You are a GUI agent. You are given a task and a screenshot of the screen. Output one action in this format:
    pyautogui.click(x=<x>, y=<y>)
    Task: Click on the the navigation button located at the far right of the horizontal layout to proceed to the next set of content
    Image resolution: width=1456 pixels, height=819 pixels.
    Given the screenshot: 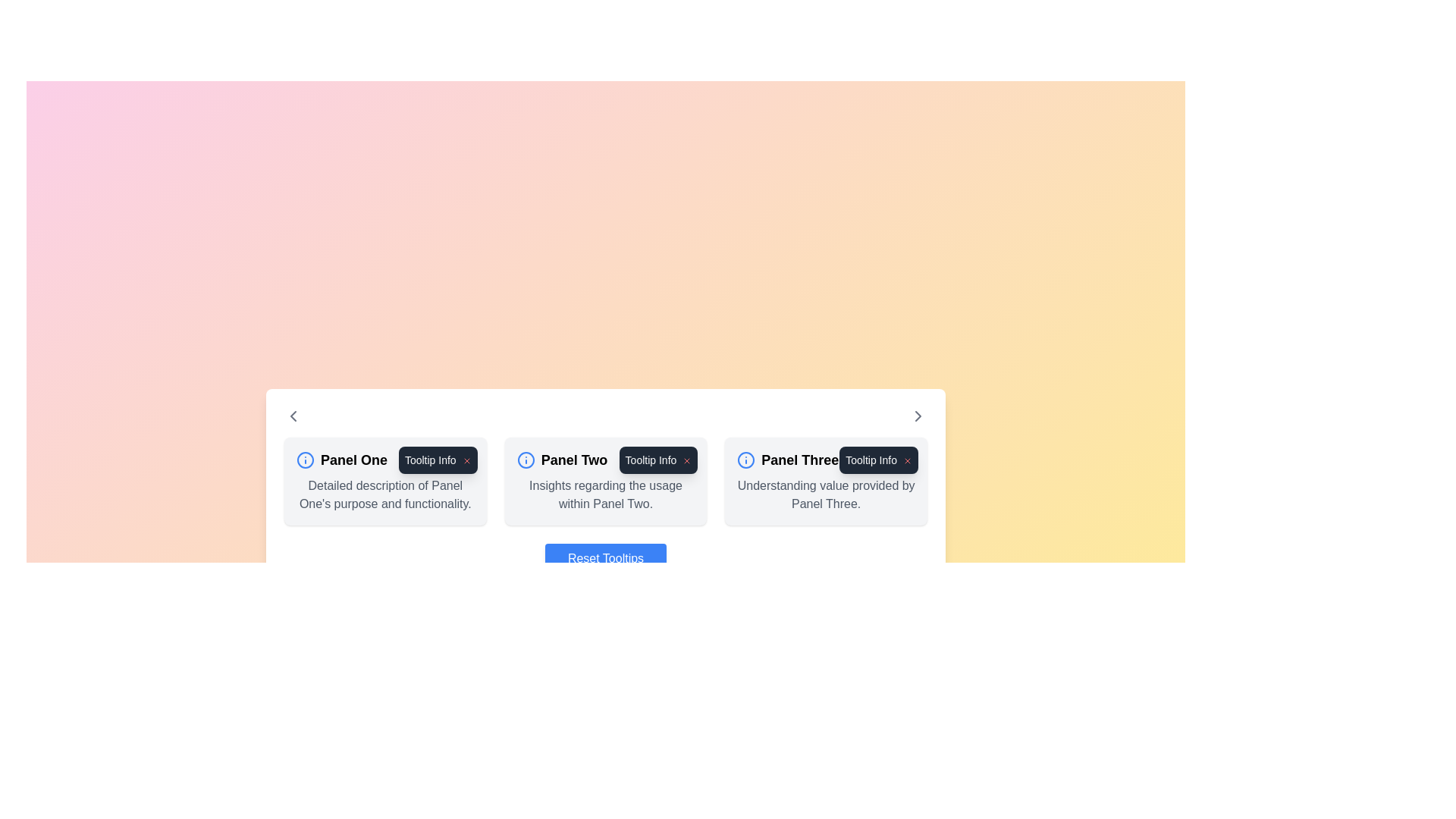 What is the action you would take?
    pyautogui.click(x=917, y=416)
    